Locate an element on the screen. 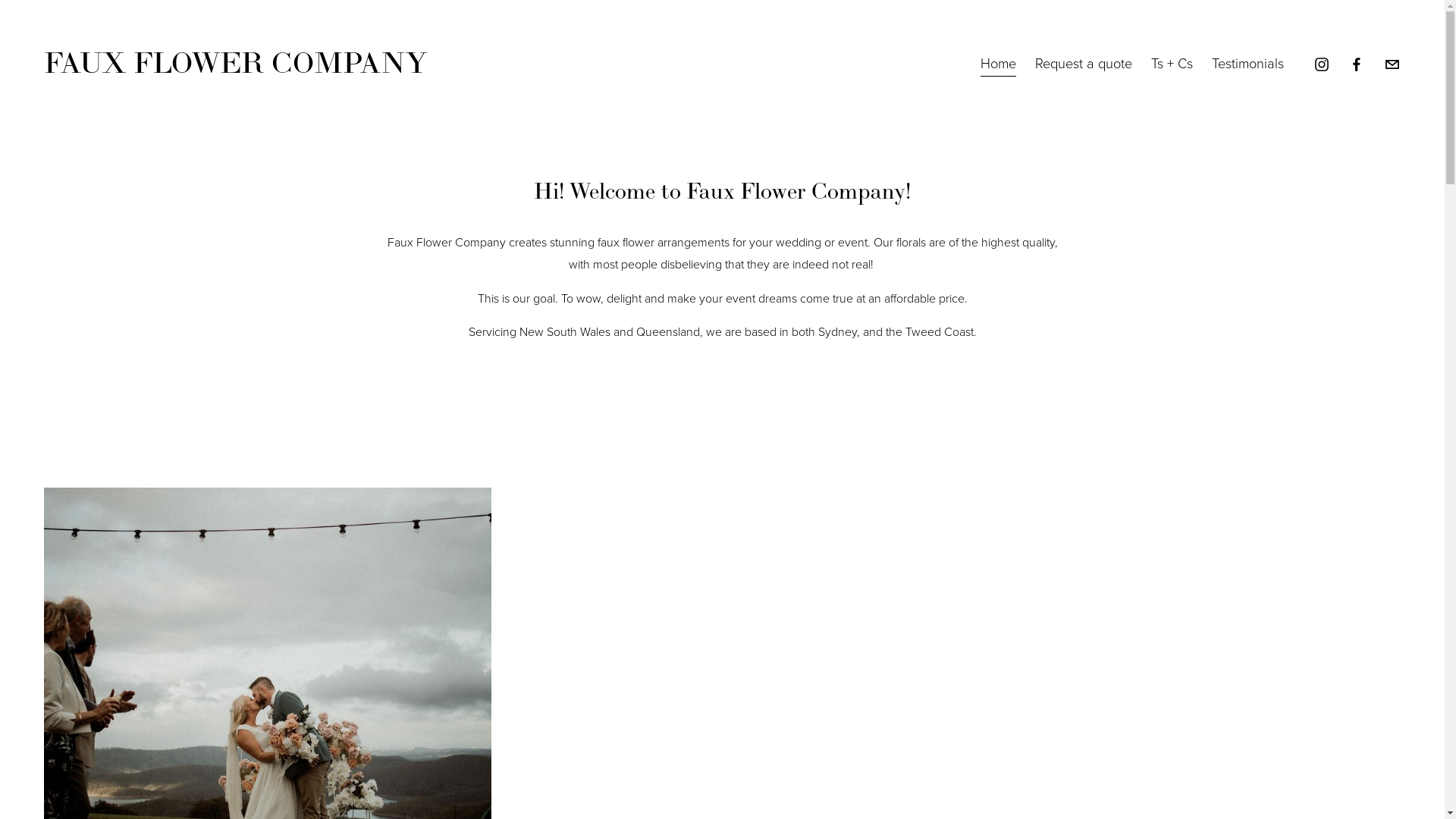 The image size is (1456, 819). 'FAUX FLOWER COMPANY' is located at coordinates (234, 63).